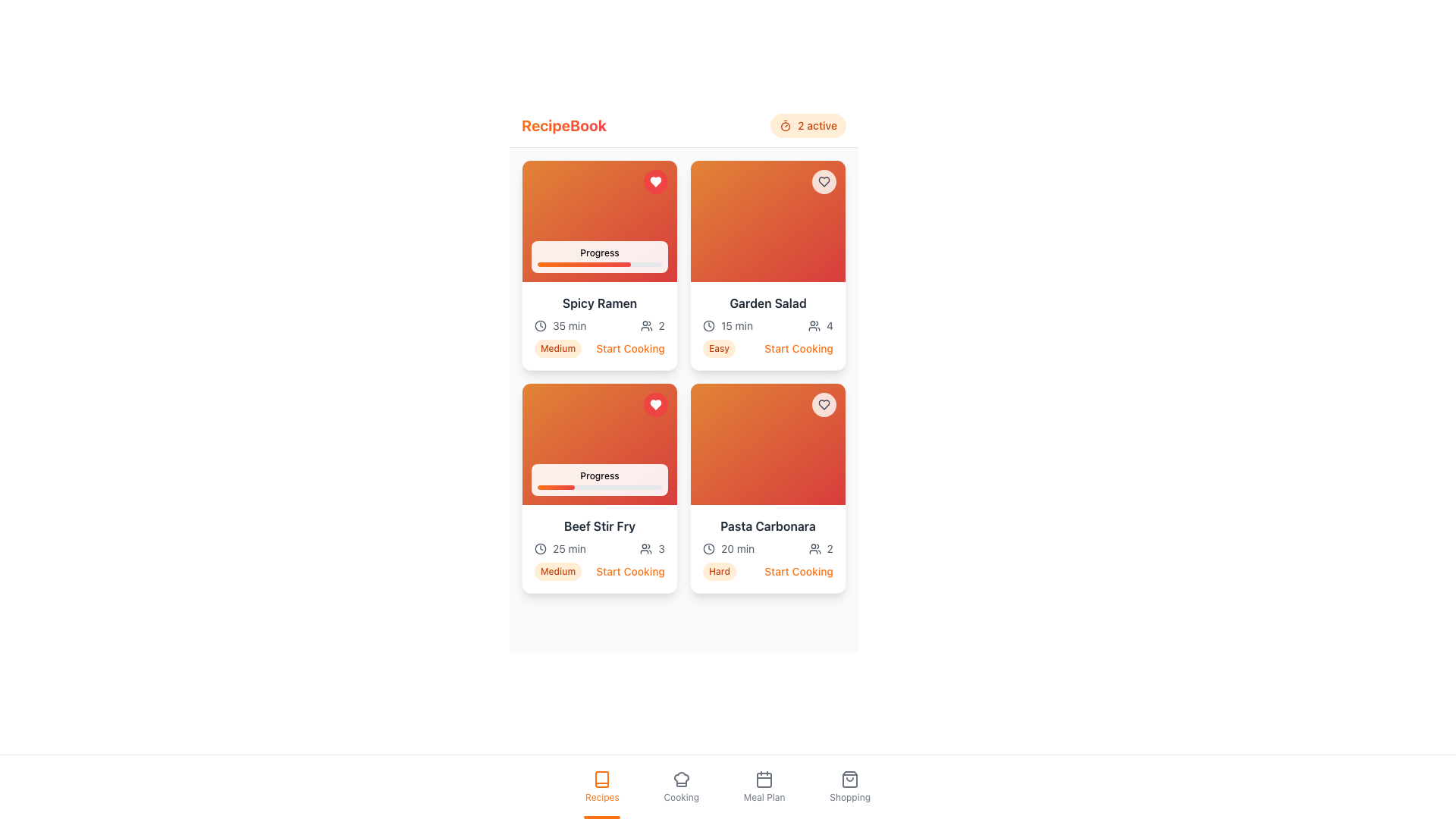 The height and width of the screenshot is (819, 1456). What do you see at coordinates (599, 303) in the screenshot?
I see `the text label displaying the title of the first recipe card, located in the center region of the card, below the progress bar` at bounding box center [599, 303].